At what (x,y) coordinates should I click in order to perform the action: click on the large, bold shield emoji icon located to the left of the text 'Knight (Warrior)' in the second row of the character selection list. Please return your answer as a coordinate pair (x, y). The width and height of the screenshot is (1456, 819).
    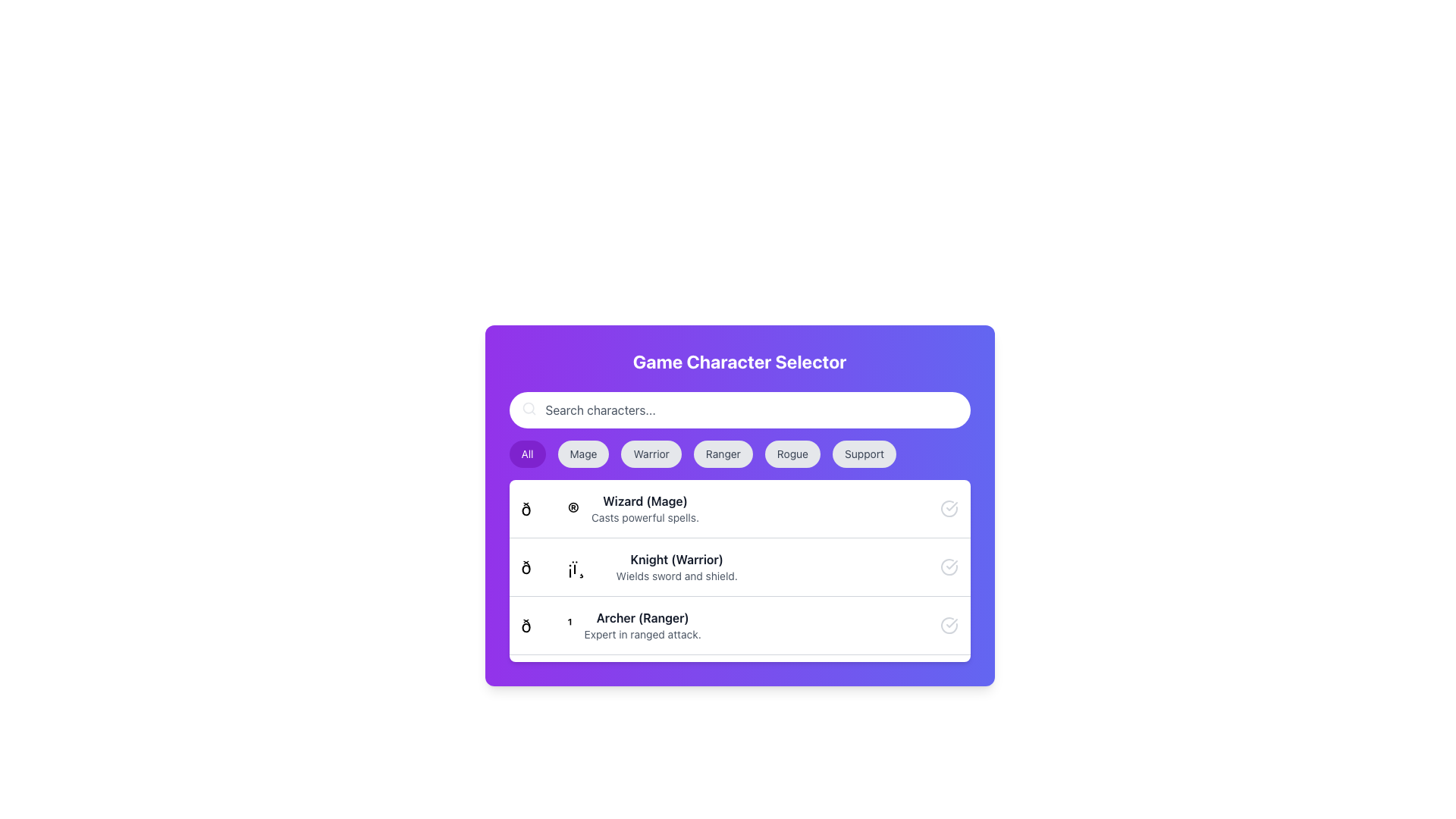
    Looking at the image, I should click on (562, 567).